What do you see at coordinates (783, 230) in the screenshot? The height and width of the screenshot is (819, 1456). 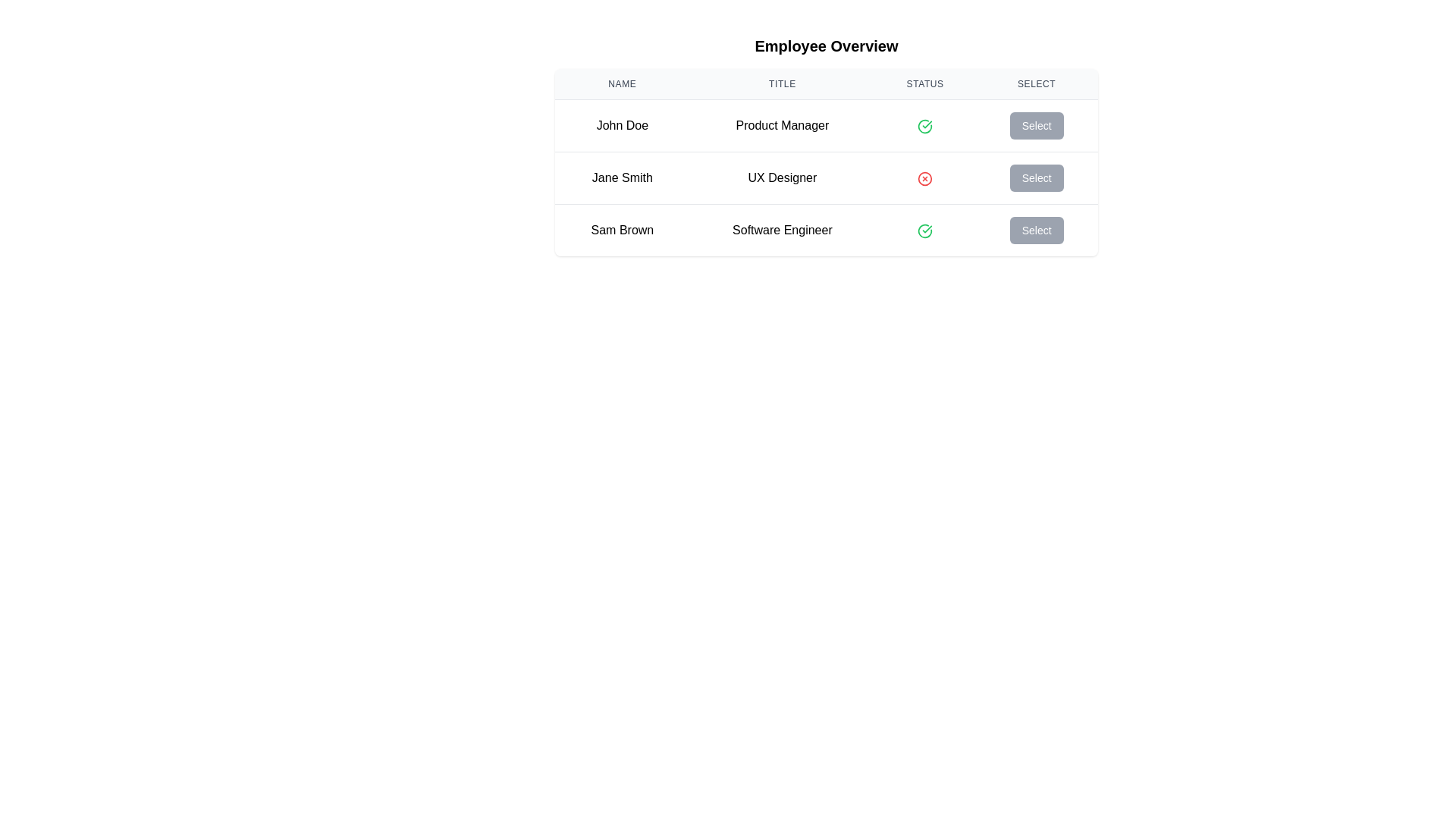 I see `the static text element displaying 'Software Engineer' in the structured grid under the 'TITLE' column, located in the second cell of the third row` at bounding box center [783, 230].